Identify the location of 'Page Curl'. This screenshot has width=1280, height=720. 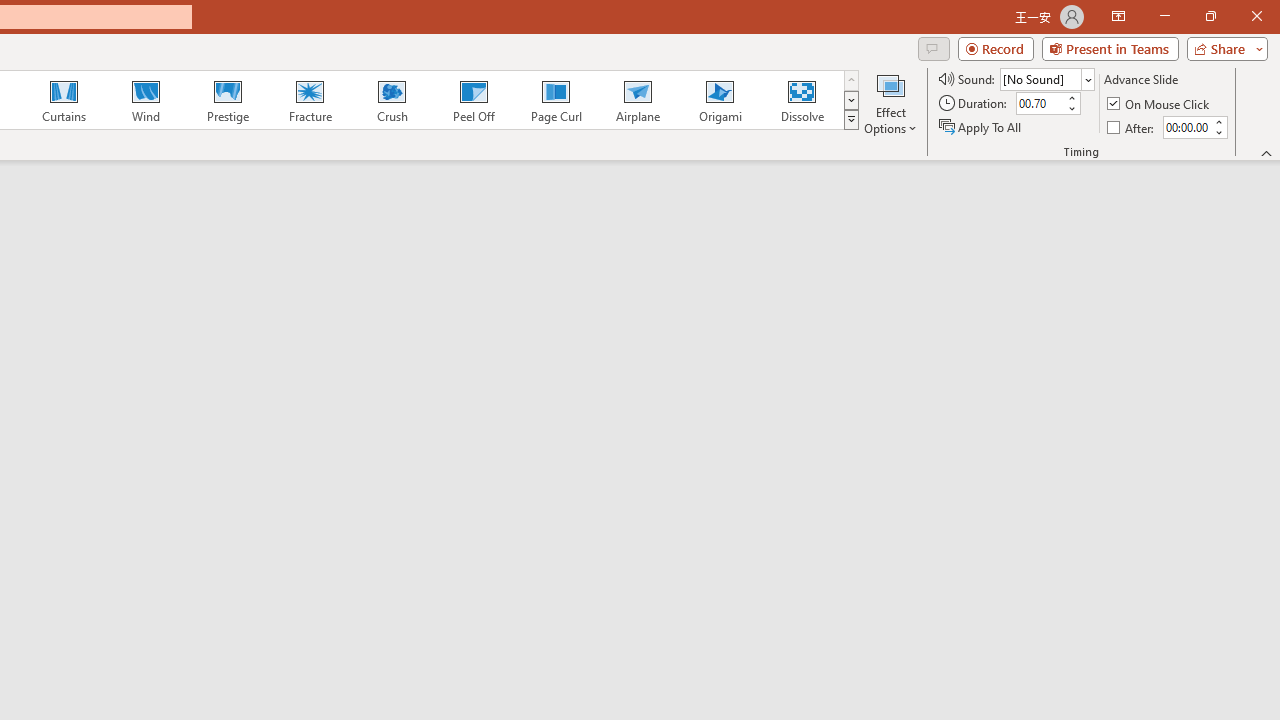
(555, 100).